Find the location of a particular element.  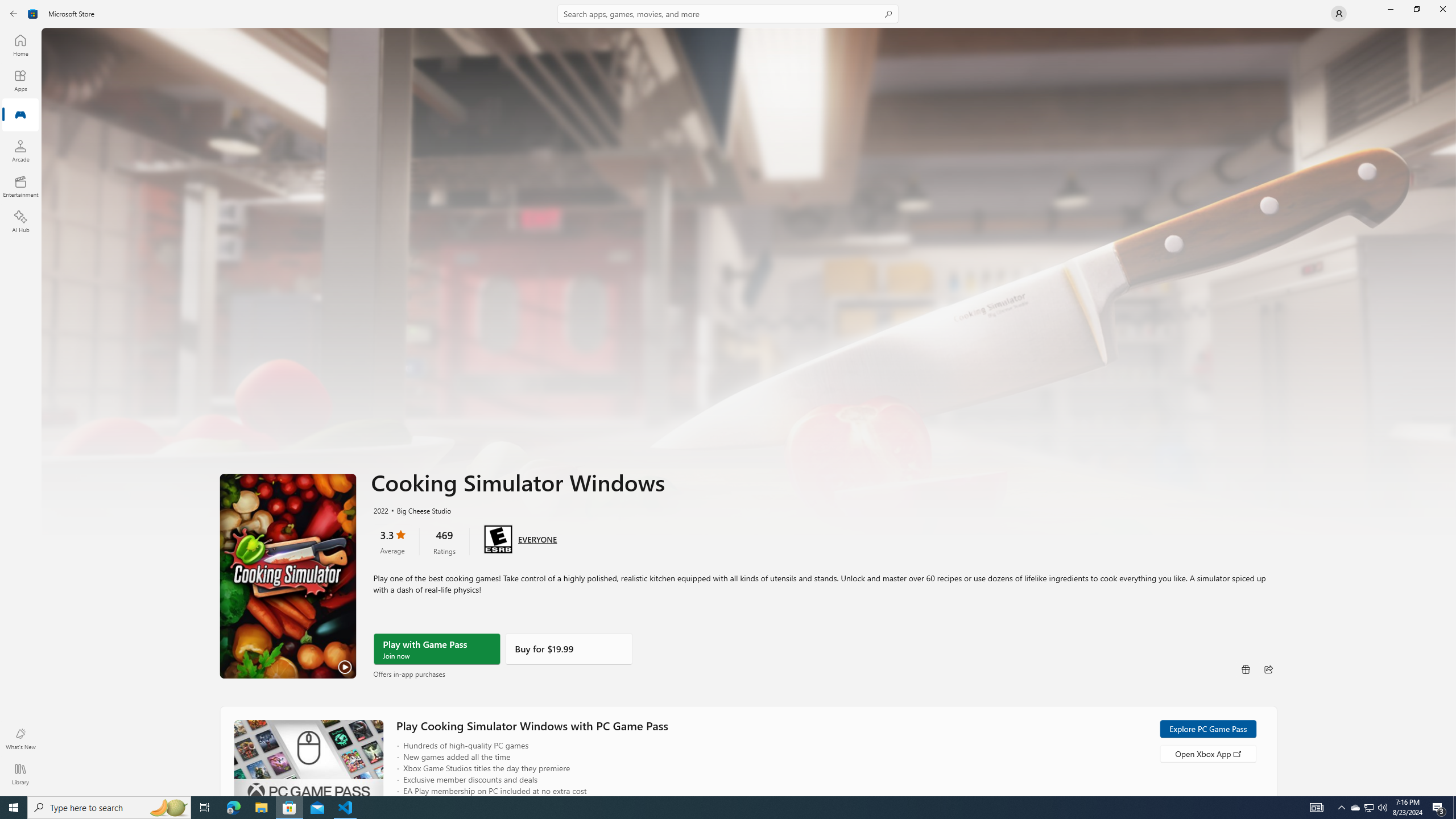

'Big Cheese Studio' is located at coordinates (418, 510).